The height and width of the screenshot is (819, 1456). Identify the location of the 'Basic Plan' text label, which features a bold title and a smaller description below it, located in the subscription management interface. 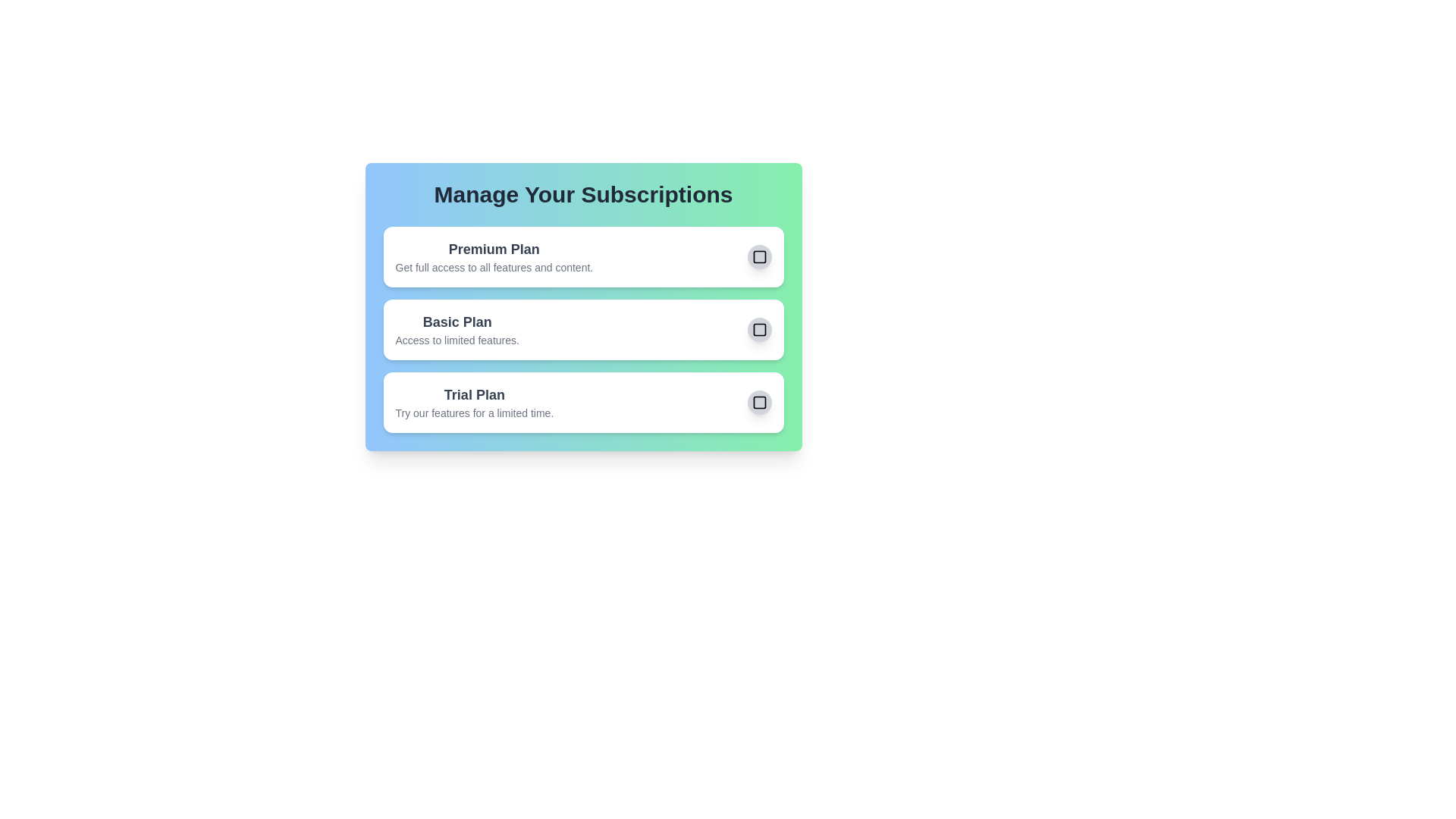
(457, 329).